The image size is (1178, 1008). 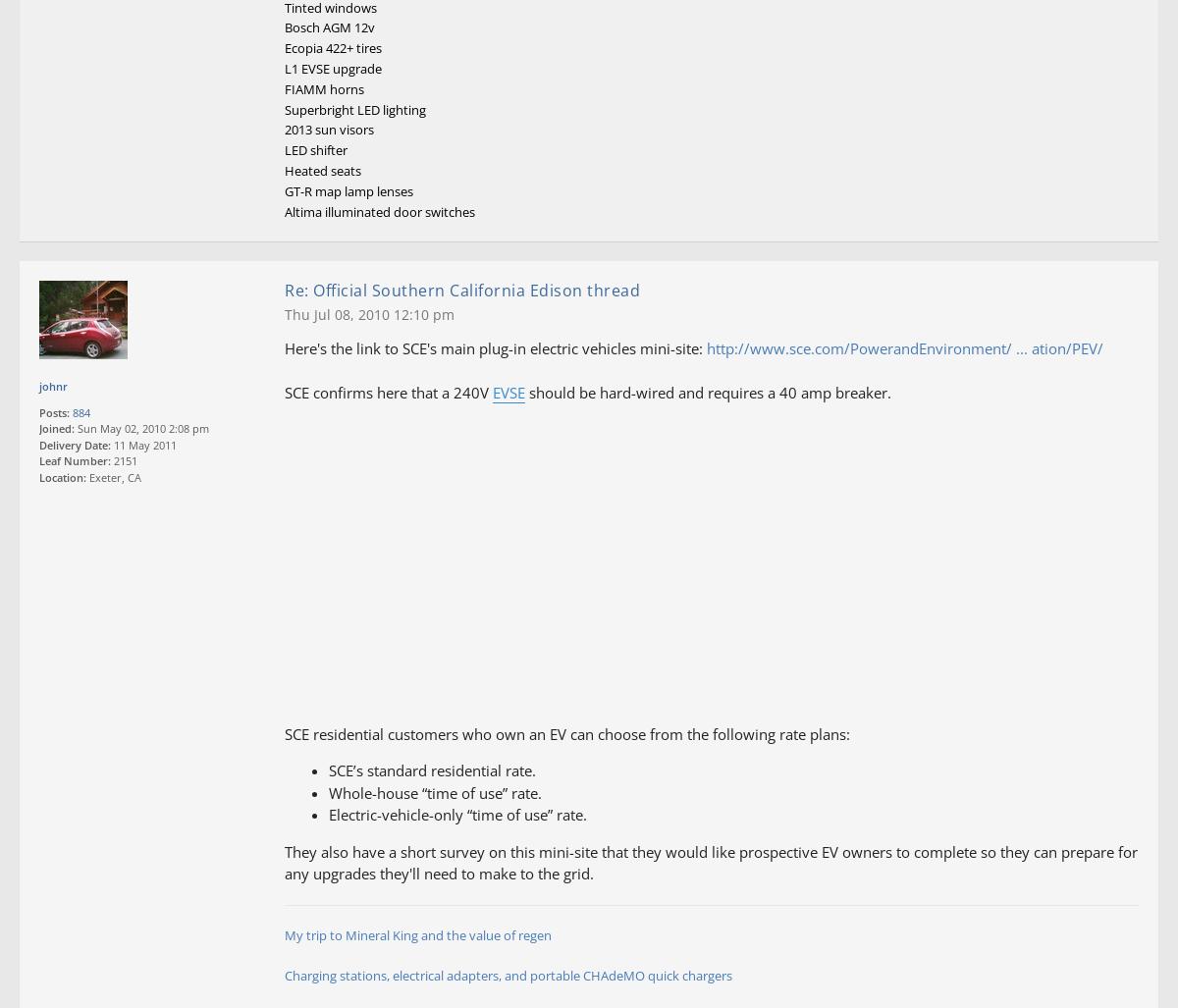 What do you see at coordinates (284, 313) in the screenshot?
I see `'Thu Jul 08, 2010 12:10 pm'` at bounding box center [284, 313].